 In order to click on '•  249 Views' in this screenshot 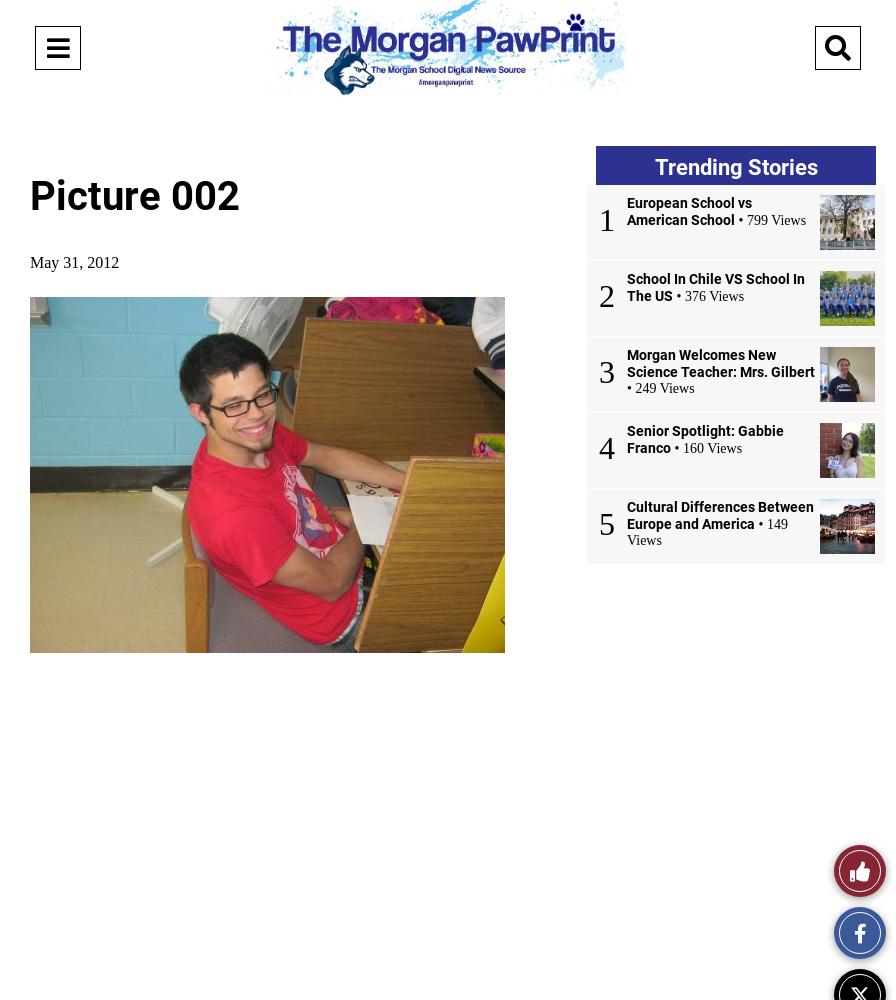, I will do `click(627, 388)`.